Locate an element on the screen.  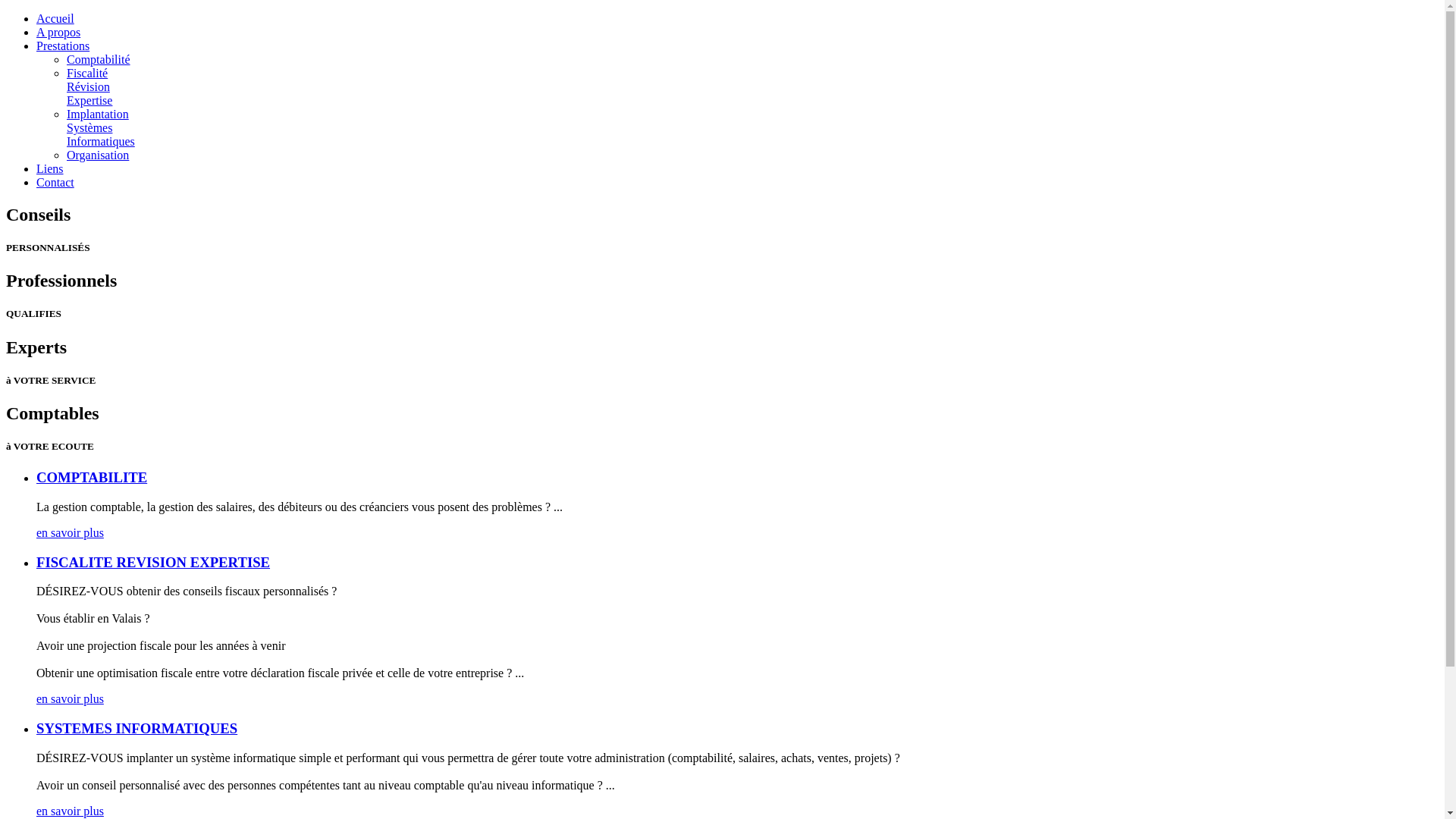
'Contact' is located at coordinates (55, 181).